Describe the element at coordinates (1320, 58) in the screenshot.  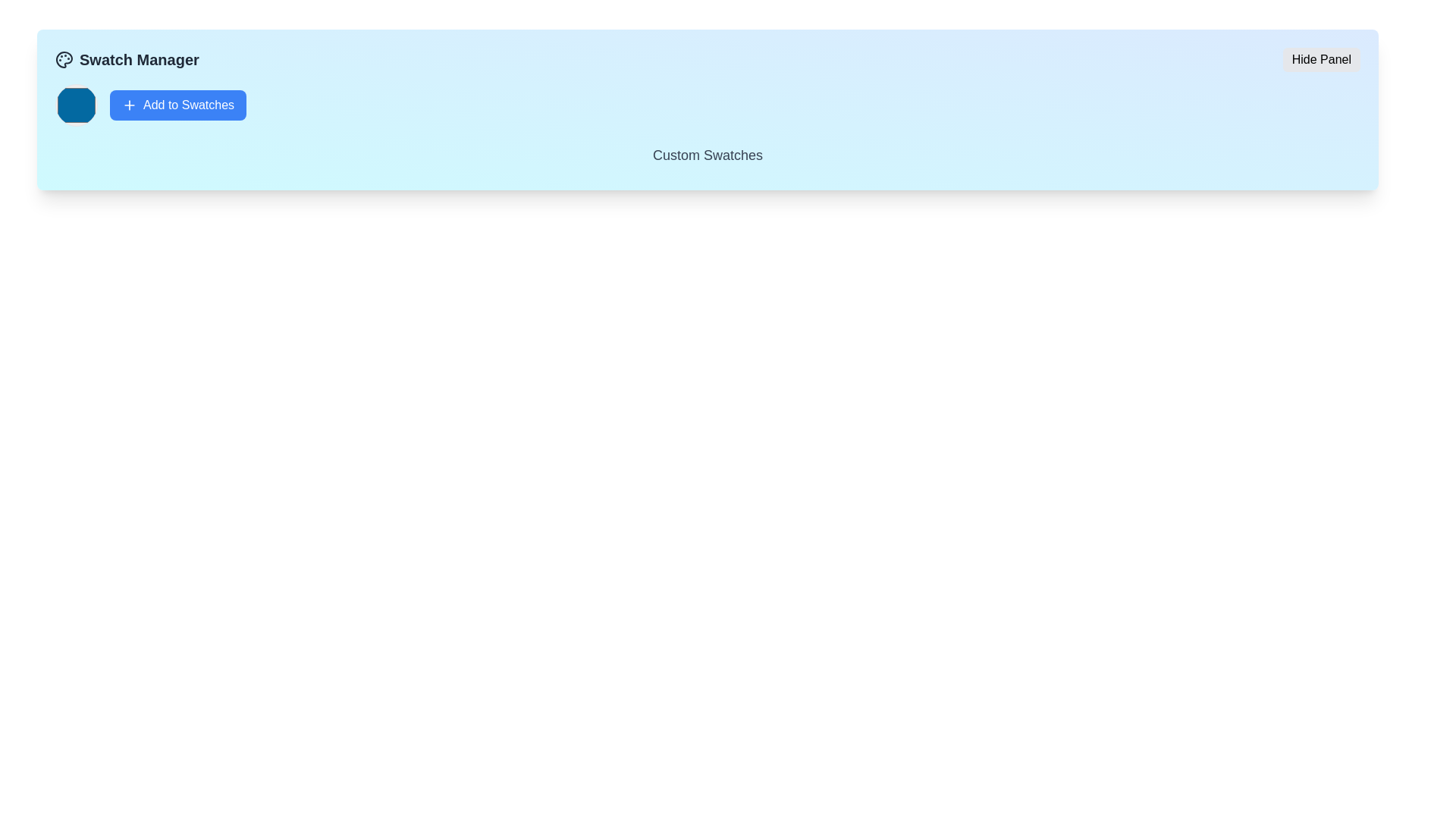
I see `the rectangular 'Hide Panel' button with a light gray background to change its background color` at that location.